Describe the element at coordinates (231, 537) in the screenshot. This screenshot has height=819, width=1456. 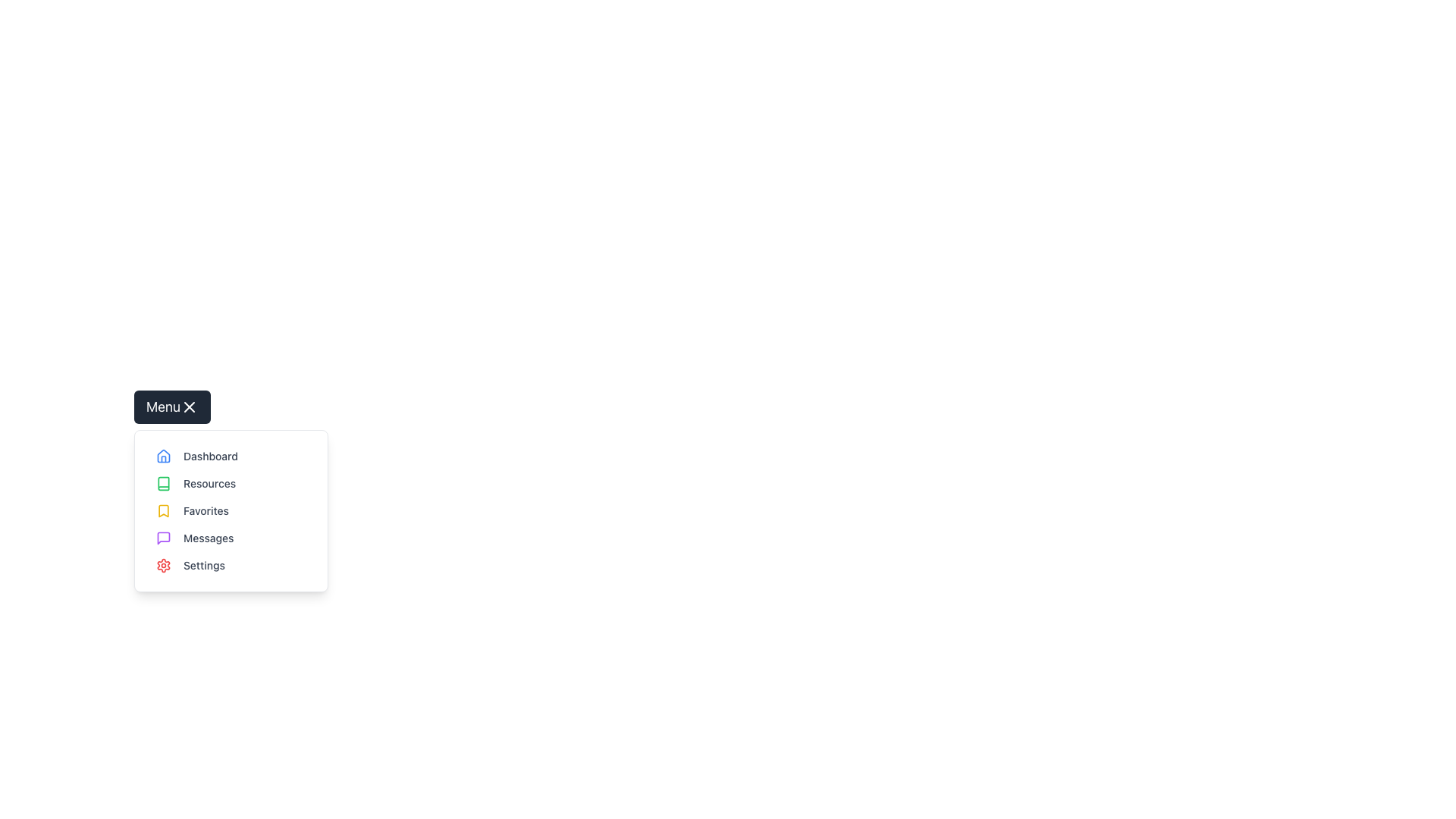
I see `the 'Messages' button in the sidebar list, which is styled with a purple icon and is the fourth item below 'Dashboard'` at that location.